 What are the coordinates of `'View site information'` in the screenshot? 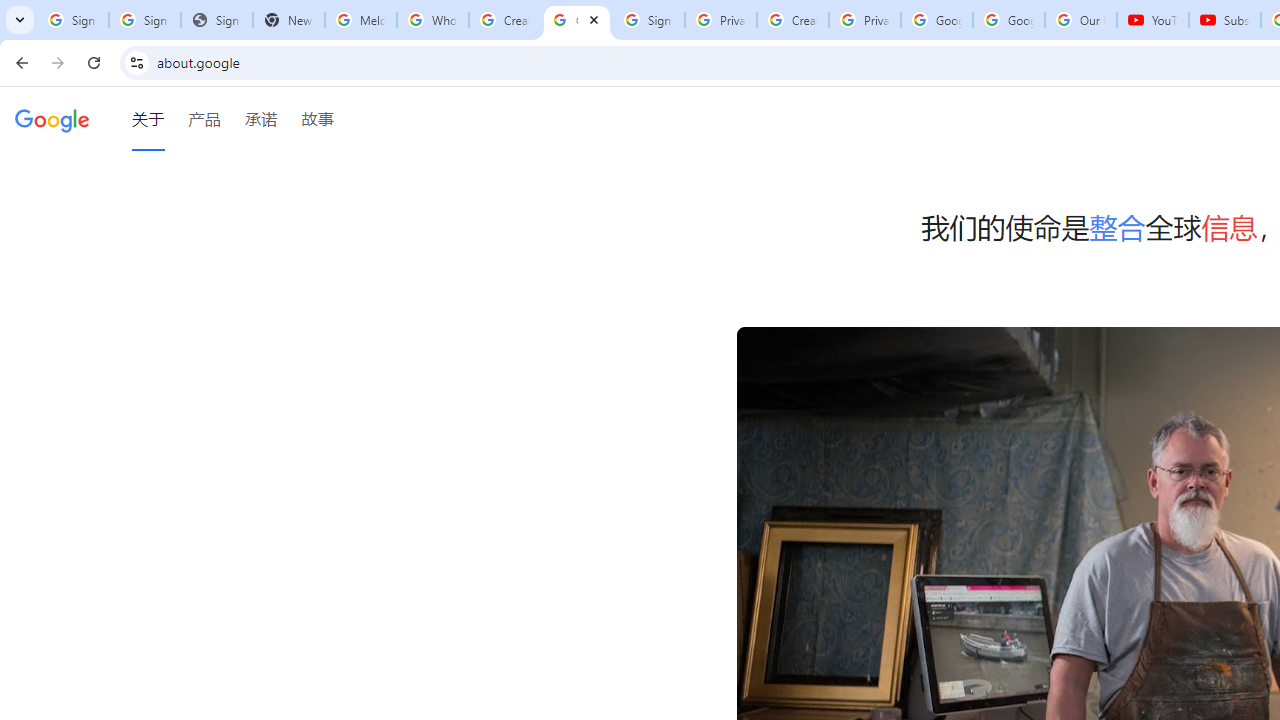 It's located at (135, 61).